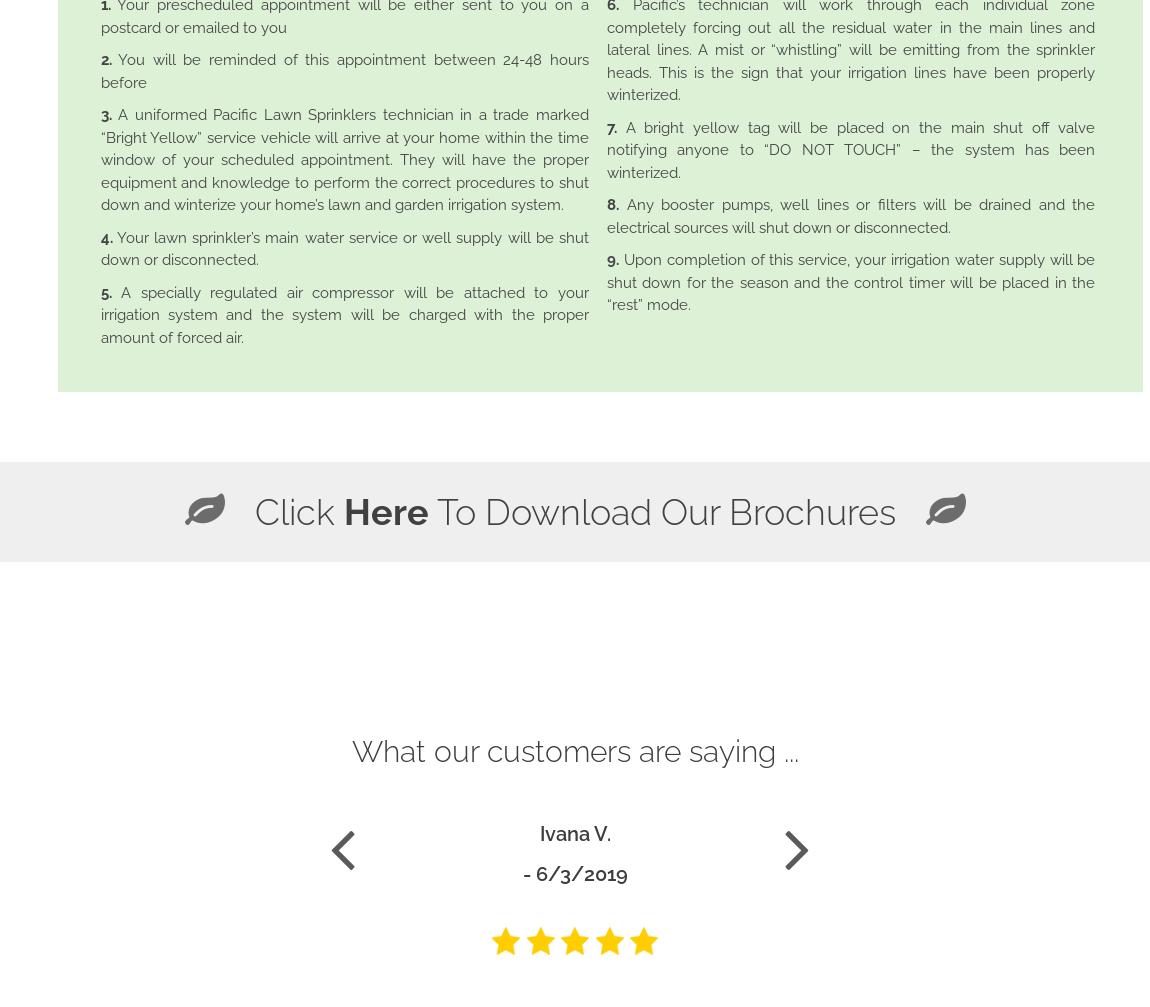 The width and height of the screenshot is (1150, 1007). What do you see at coordinates (385, 510) in the screenshot?
I see `'Here'` at bounding box center [385, 510].